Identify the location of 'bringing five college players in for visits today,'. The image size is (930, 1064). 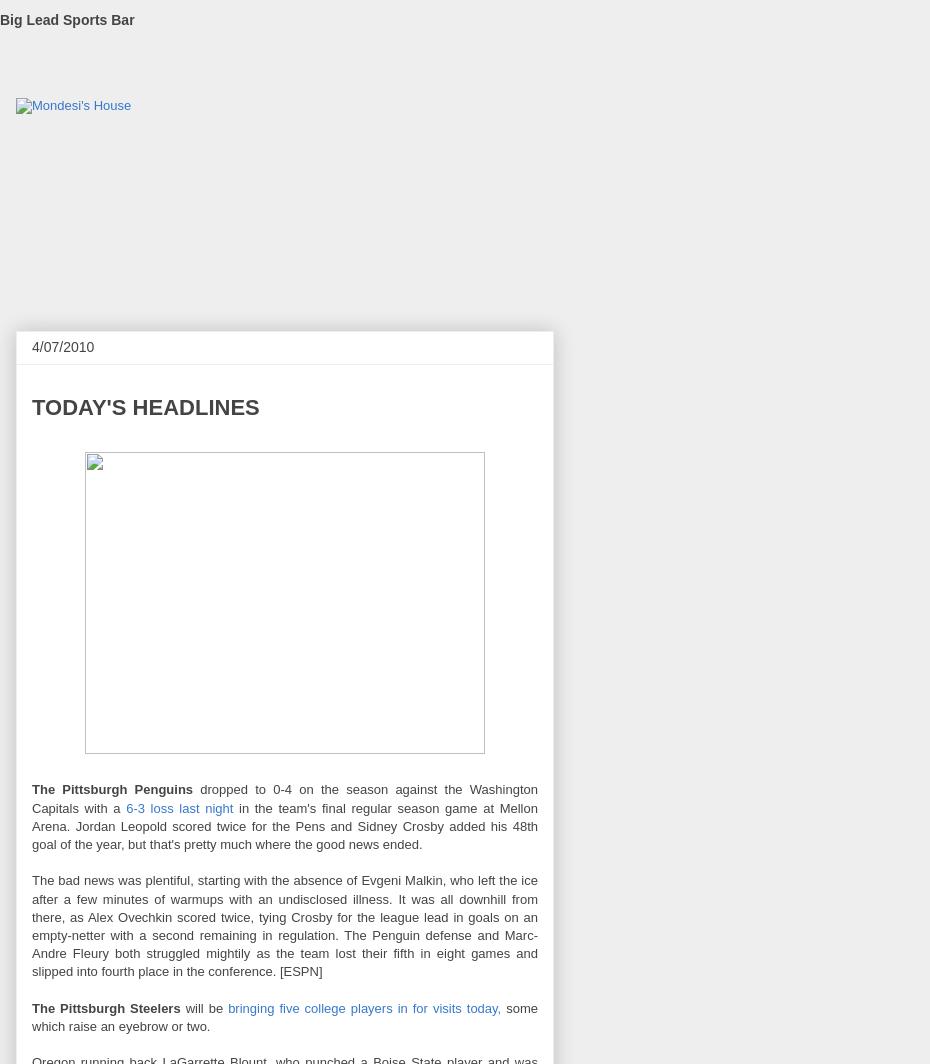
(363, 1007).